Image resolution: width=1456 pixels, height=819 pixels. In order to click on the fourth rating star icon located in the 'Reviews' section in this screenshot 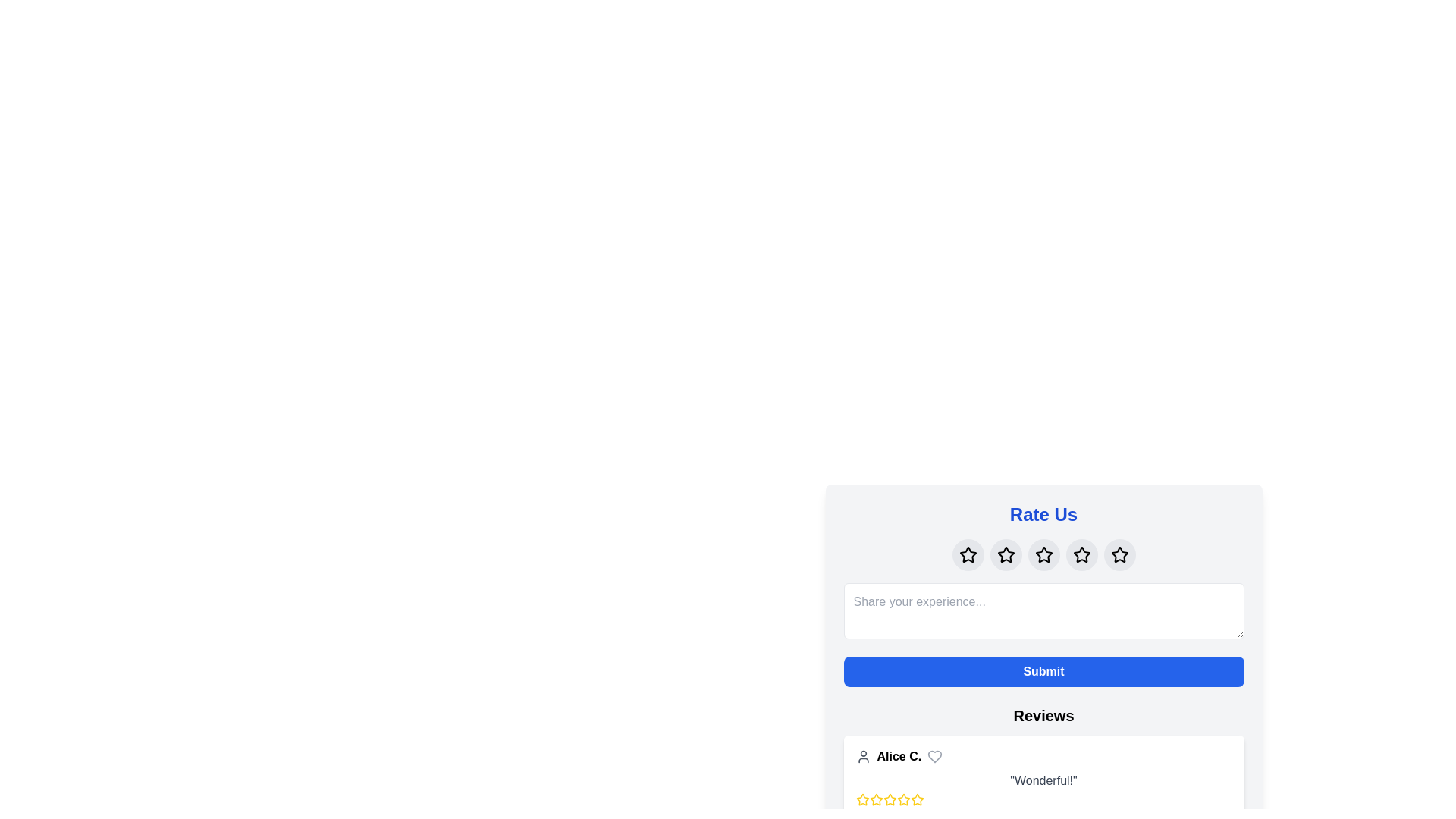, I will do `click(916, 799)`.